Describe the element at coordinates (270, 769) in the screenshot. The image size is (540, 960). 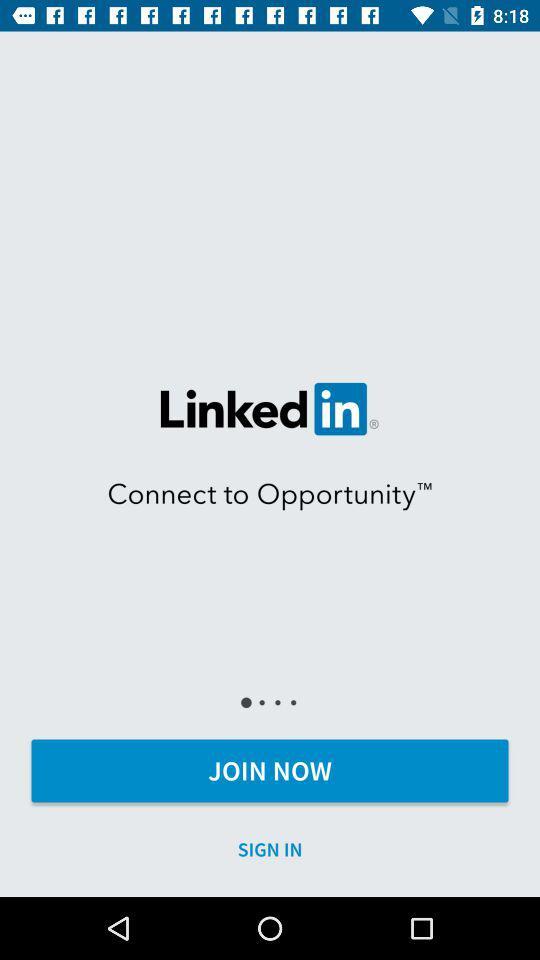
I see `join now item` at that location.